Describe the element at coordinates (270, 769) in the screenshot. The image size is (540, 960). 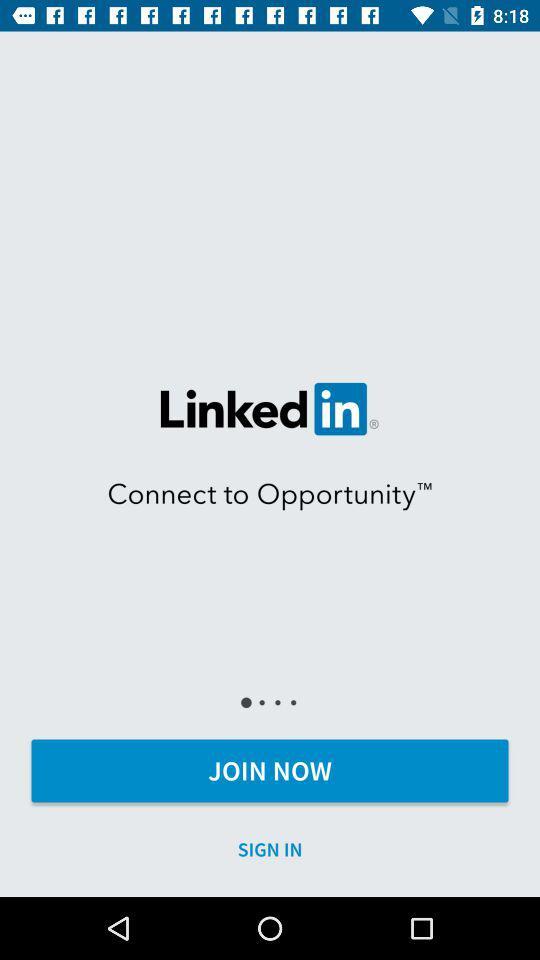
I see `join now item` at that location.